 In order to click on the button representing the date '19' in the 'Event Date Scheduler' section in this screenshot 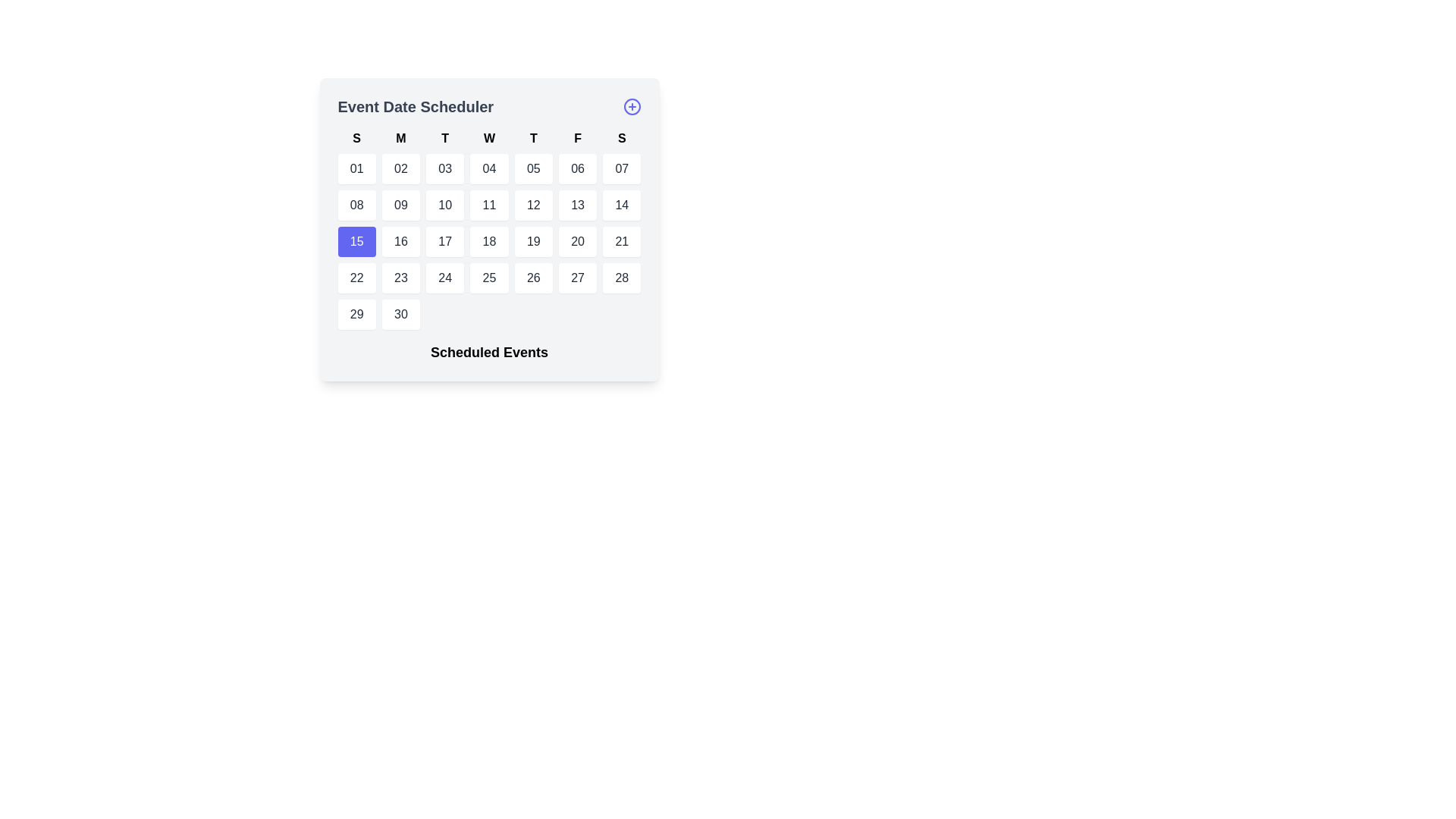, I will do `click(533, 241)`.